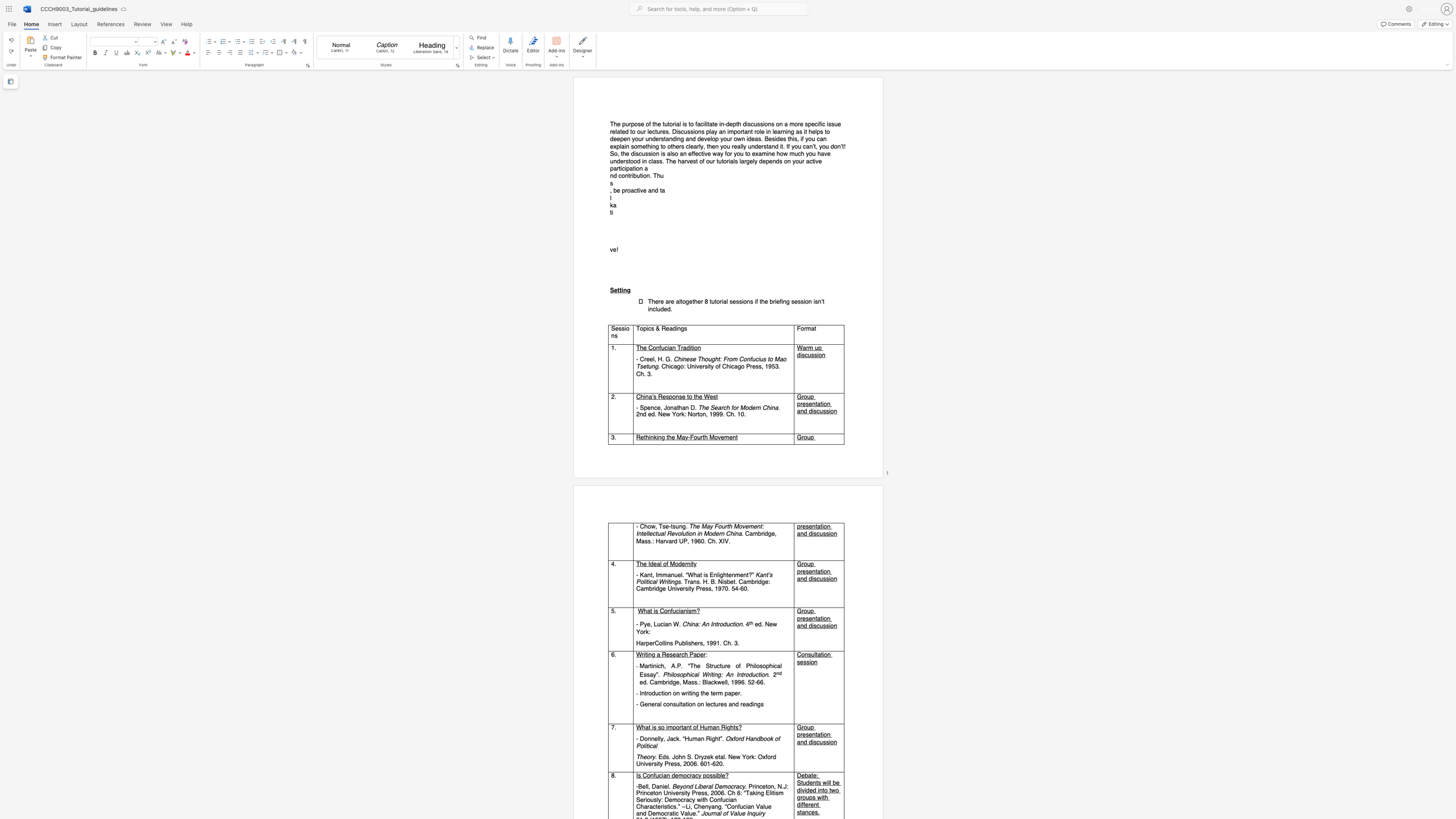  I want to click on the subset text "active part" within the text "The purpose of the tutorial is to facilitate in-depth discussions on a more specific issue related to our lectures. Discussions play an important role in learning as it helps to deepen your understanding and develop your own ideas. Besides this, if you can explain something to others clearly, then you really understand it. If you can’t, you don’t! So, the discussion is also an effective way for you to examine how much you have understood in class. The harvest of our tutorials largely depends on your active participation a", so click(806, 161).